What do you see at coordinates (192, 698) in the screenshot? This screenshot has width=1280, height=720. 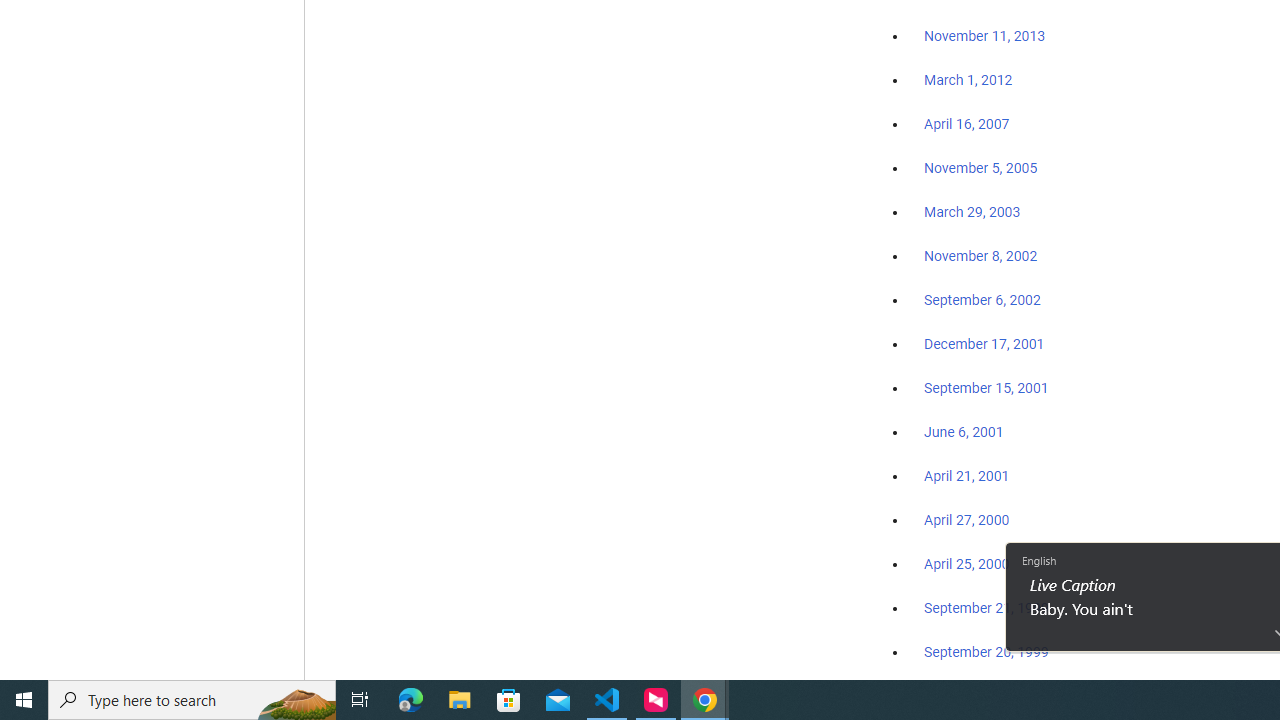 I see `'Type here to search'` at bounding box center [192, 698].